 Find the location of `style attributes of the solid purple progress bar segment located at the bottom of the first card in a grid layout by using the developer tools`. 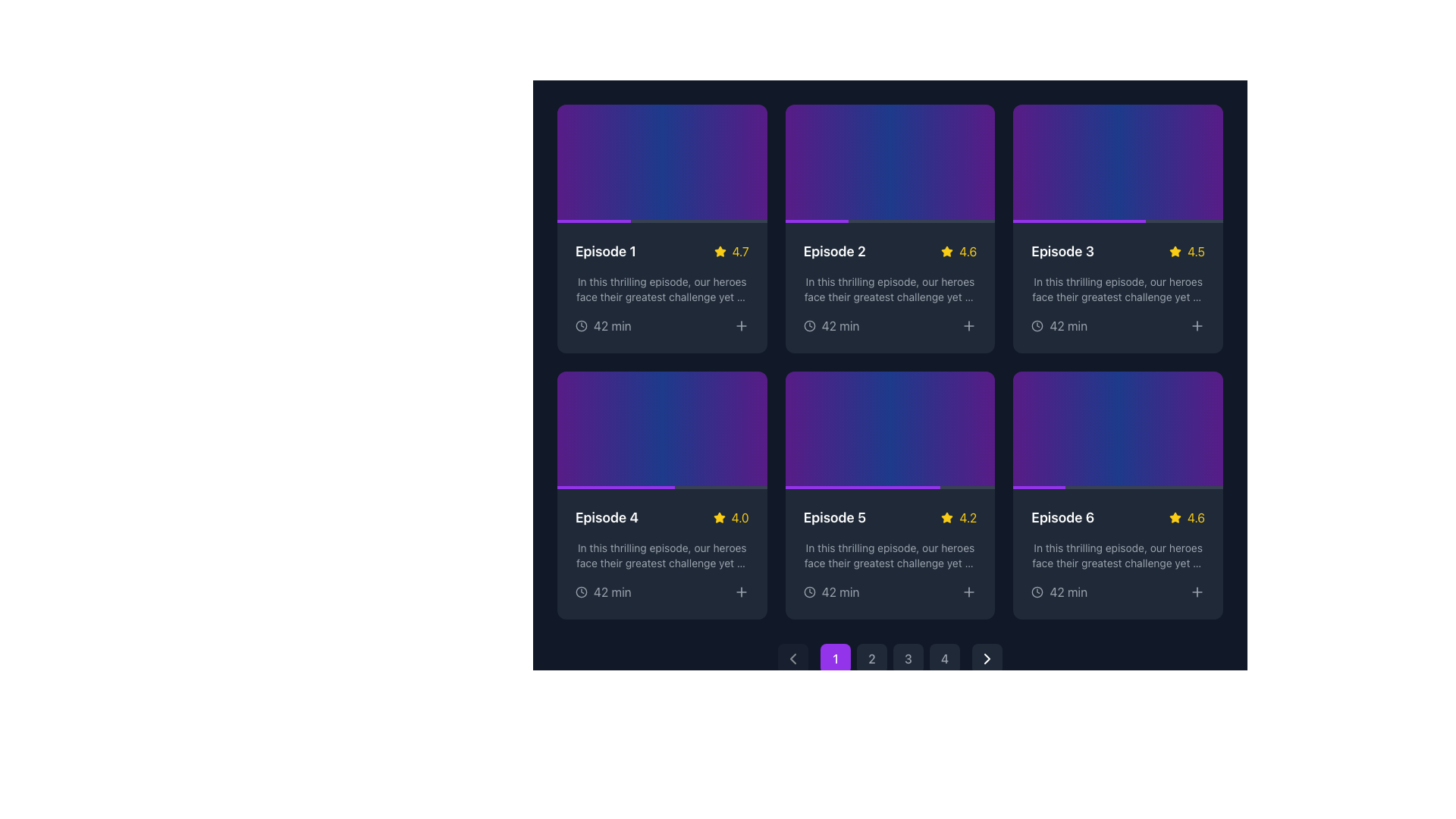

style attributes of the solid purple progress bar segment located at the bottom of the first card in a grid layout by using the developer tools is located at coordinates (593, 221).